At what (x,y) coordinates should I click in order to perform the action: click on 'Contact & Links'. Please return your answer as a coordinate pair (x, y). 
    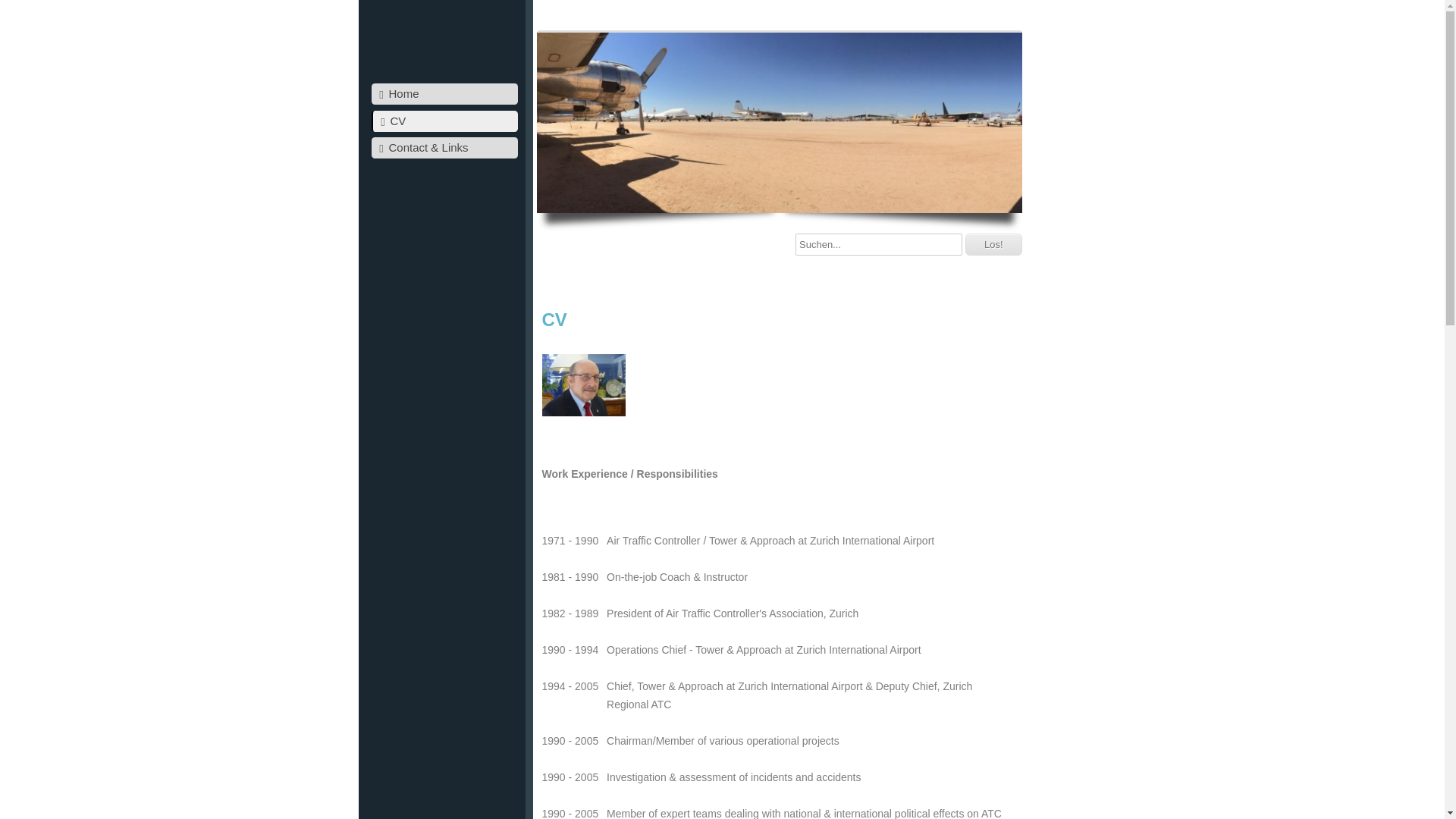
    Looking at the image, I should click on (444, 148).